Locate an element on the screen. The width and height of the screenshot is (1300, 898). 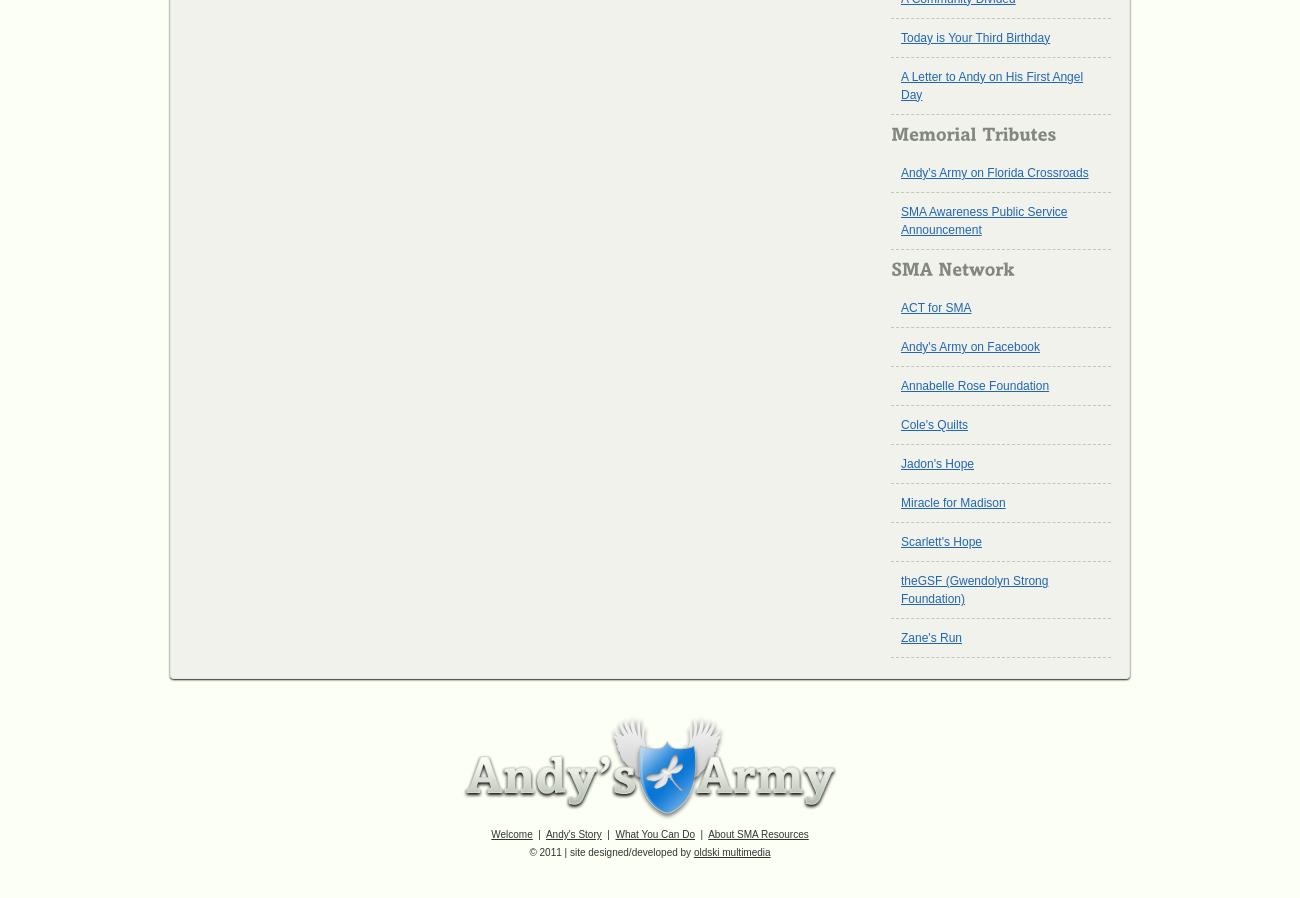
'What You Can Do' is located at coordinates (615, 834).